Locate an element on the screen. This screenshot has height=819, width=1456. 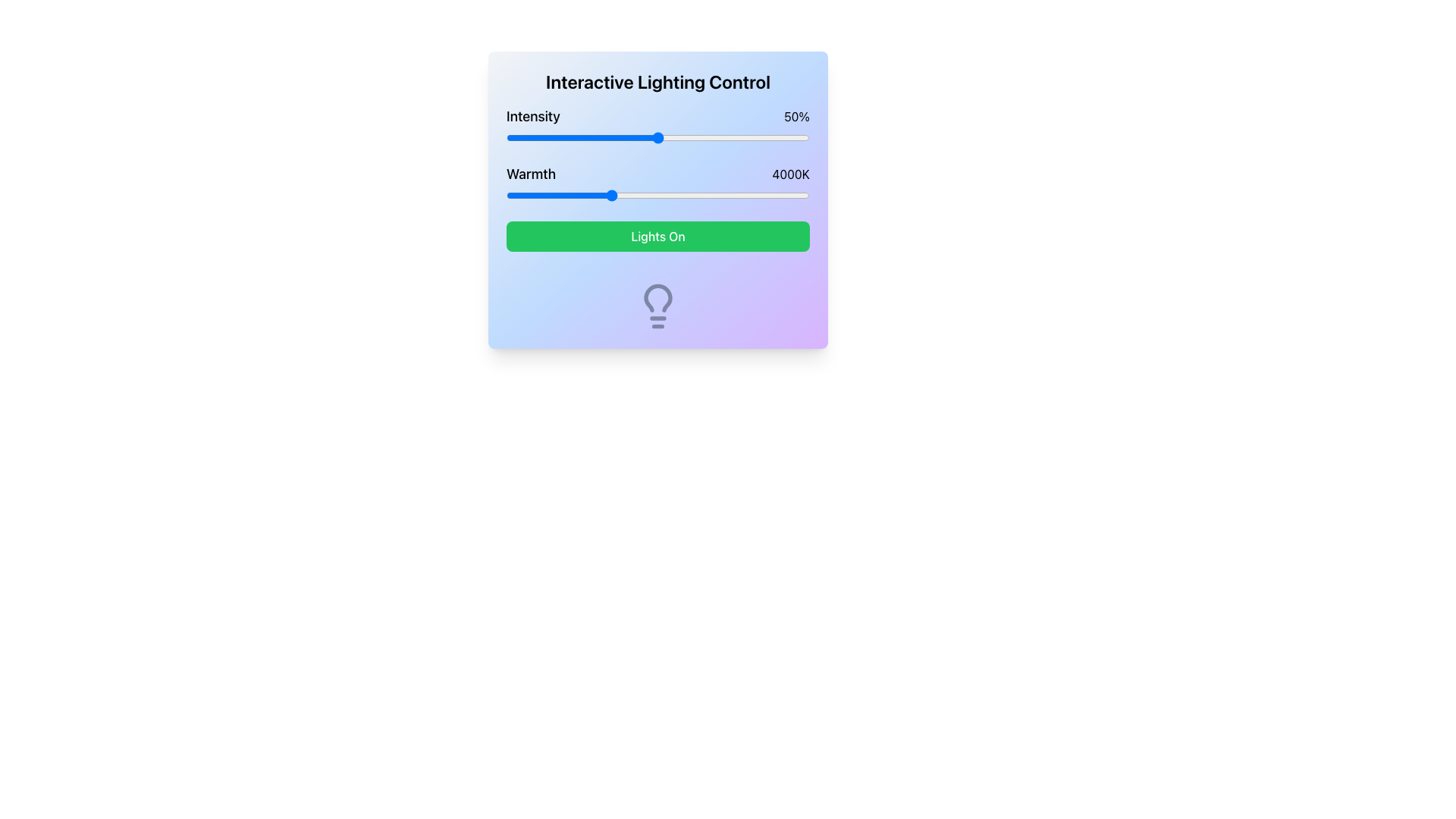
the lightbulb icon with a modern minimalist design, which is located below the 'Lights On' button is located at coordinates (658, 306).